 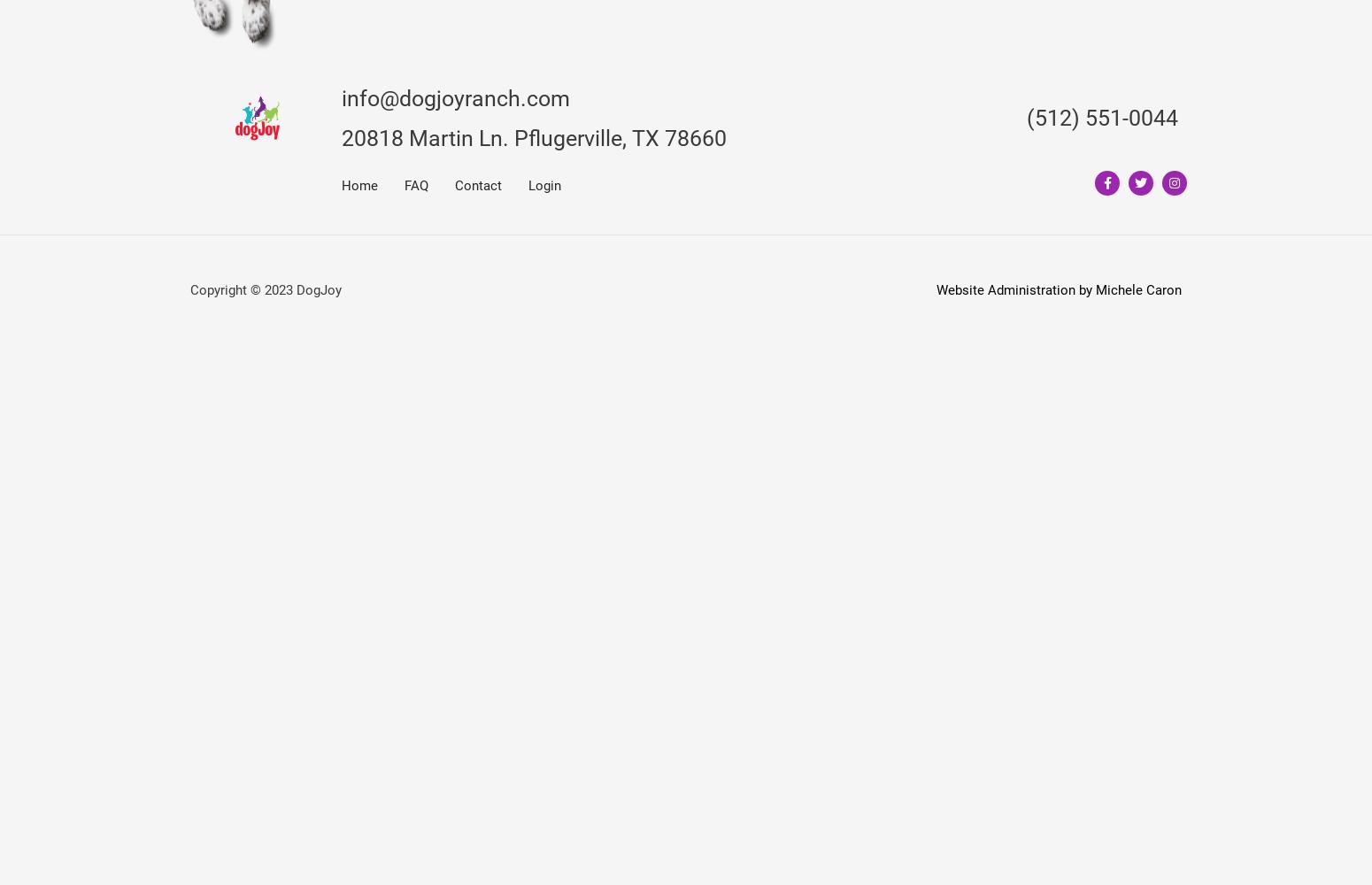 I want to click on '20818 Martin Ln. Pflugerville, TX 78660', so click(x=534, y=137).